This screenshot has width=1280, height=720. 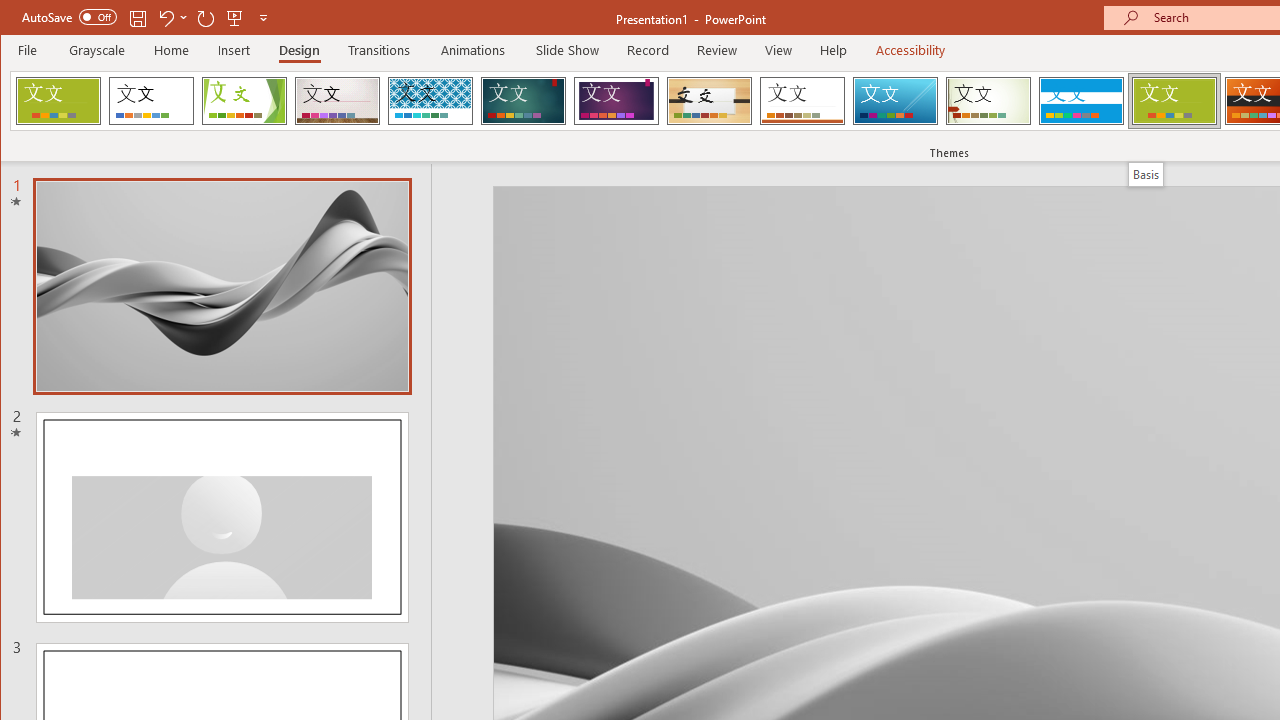 What do you see at coordinates (429, 100) in the screenshot?
I see `'Integral'` at bounding box center [429, 100].